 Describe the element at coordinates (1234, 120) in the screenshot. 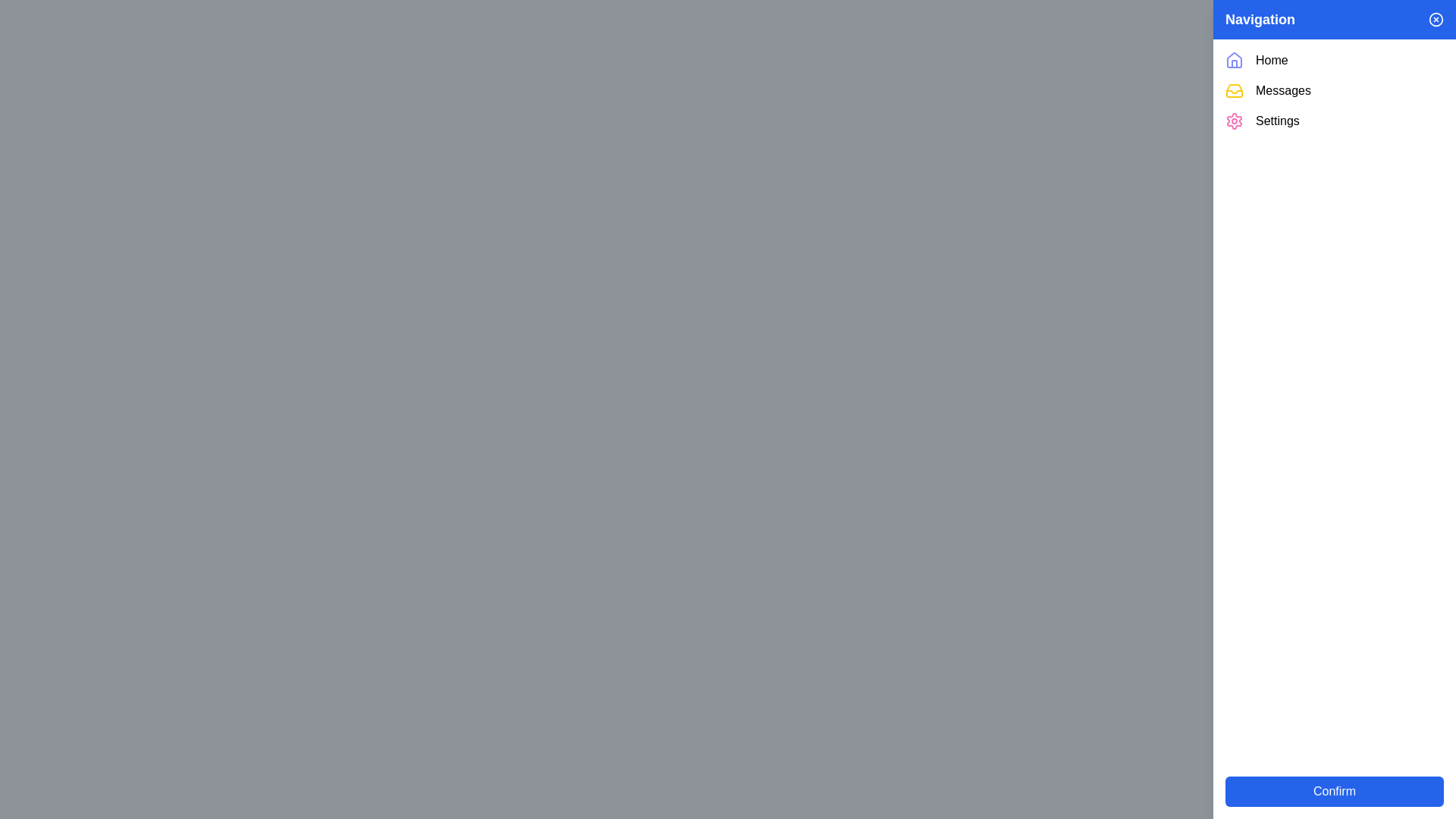

I see `the pink gear icon in the navigation menu` at that location.